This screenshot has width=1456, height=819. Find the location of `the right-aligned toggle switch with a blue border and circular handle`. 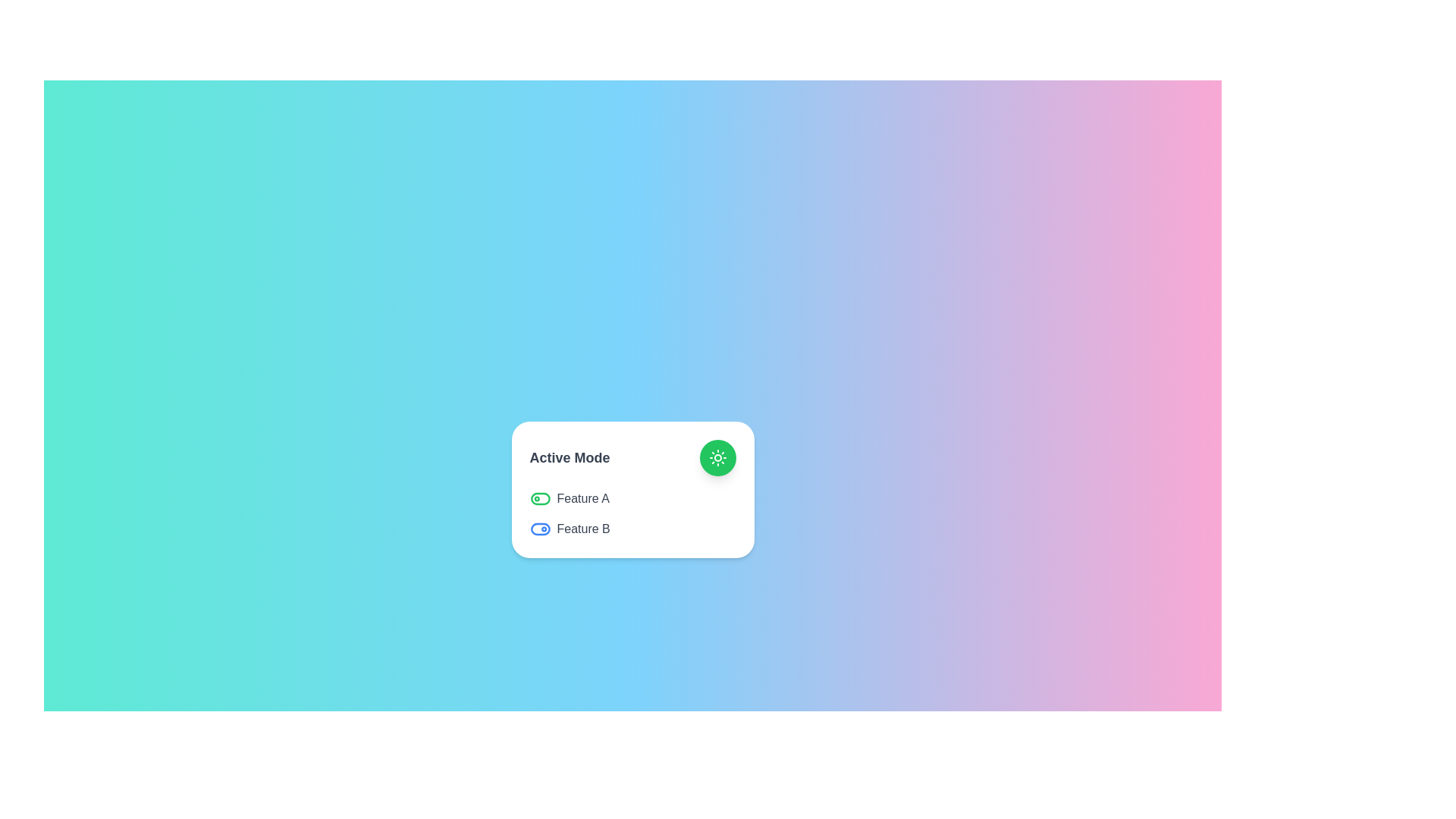

the right-aligned toggle switch with a blue border and circular handle is located at coordinates (540, 529).